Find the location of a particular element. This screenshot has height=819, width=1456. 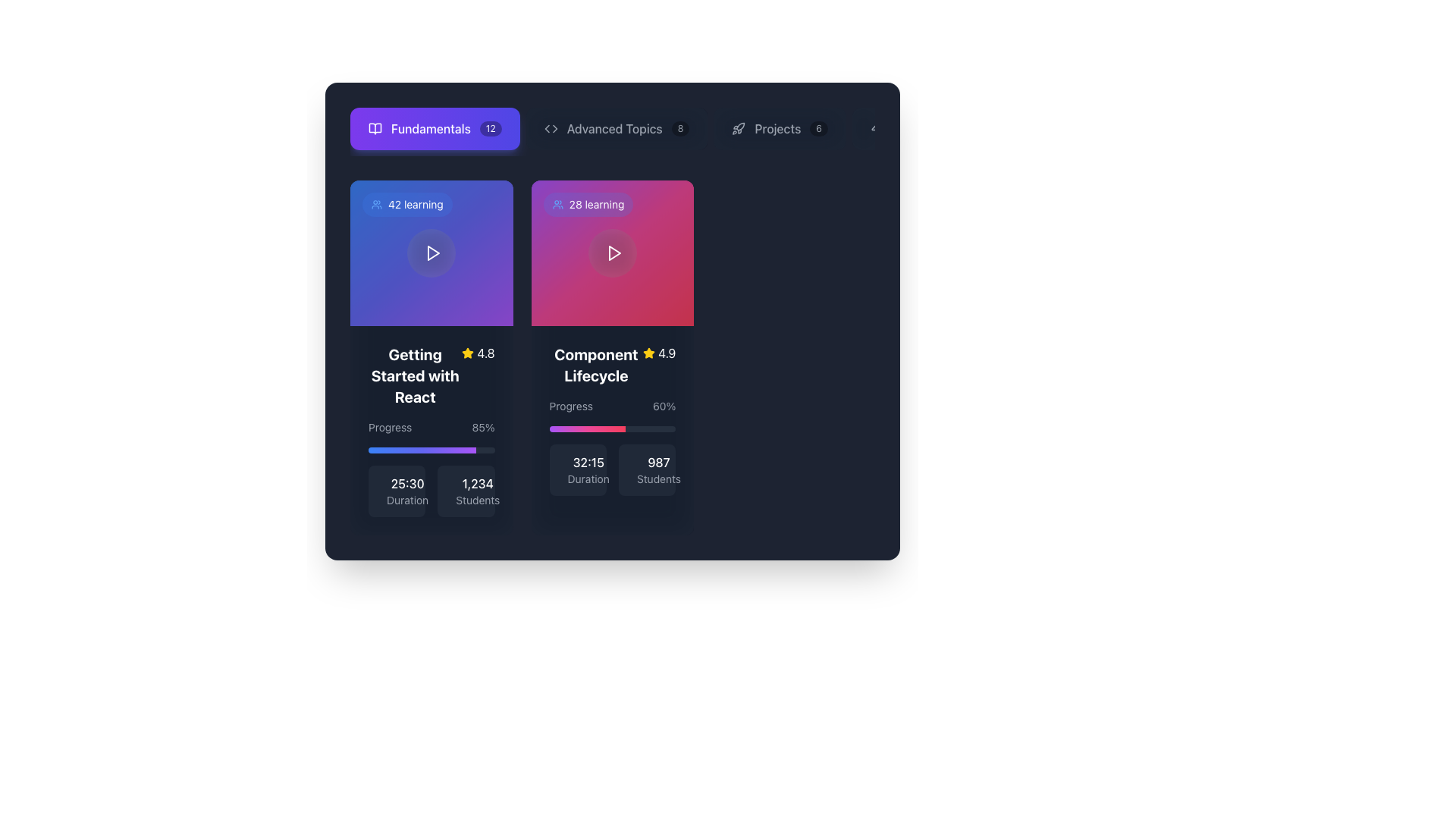

the arrow-shaped vector graphic element located in the top-right portion of the UI to trigger a tooltip or effect is located at coordinates (546, 127).